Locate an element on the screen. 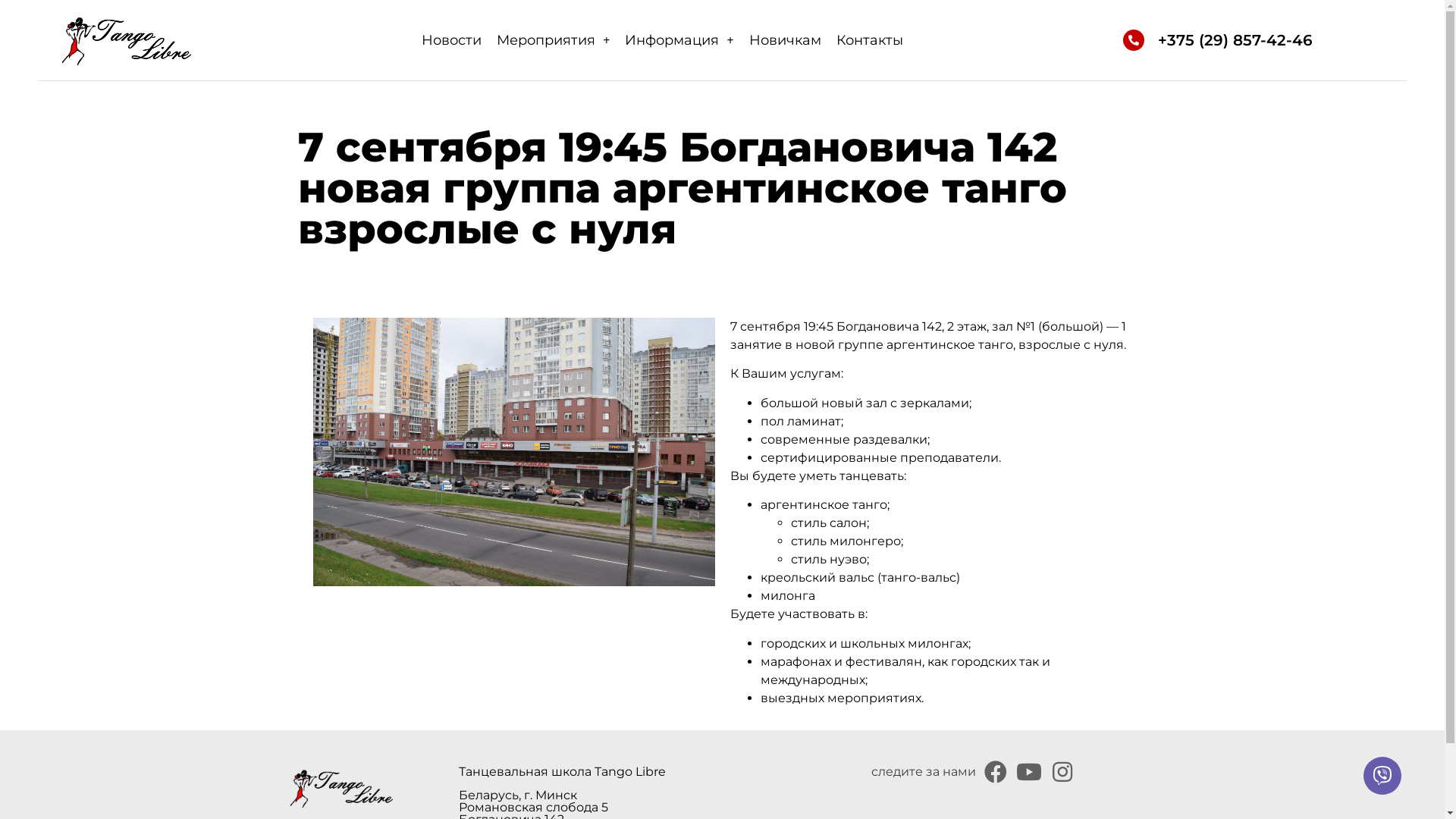 The width and height of the screenshot is (1456, 819). '+375 (29) 857-42-46' is located at coordinates (1235, 39).